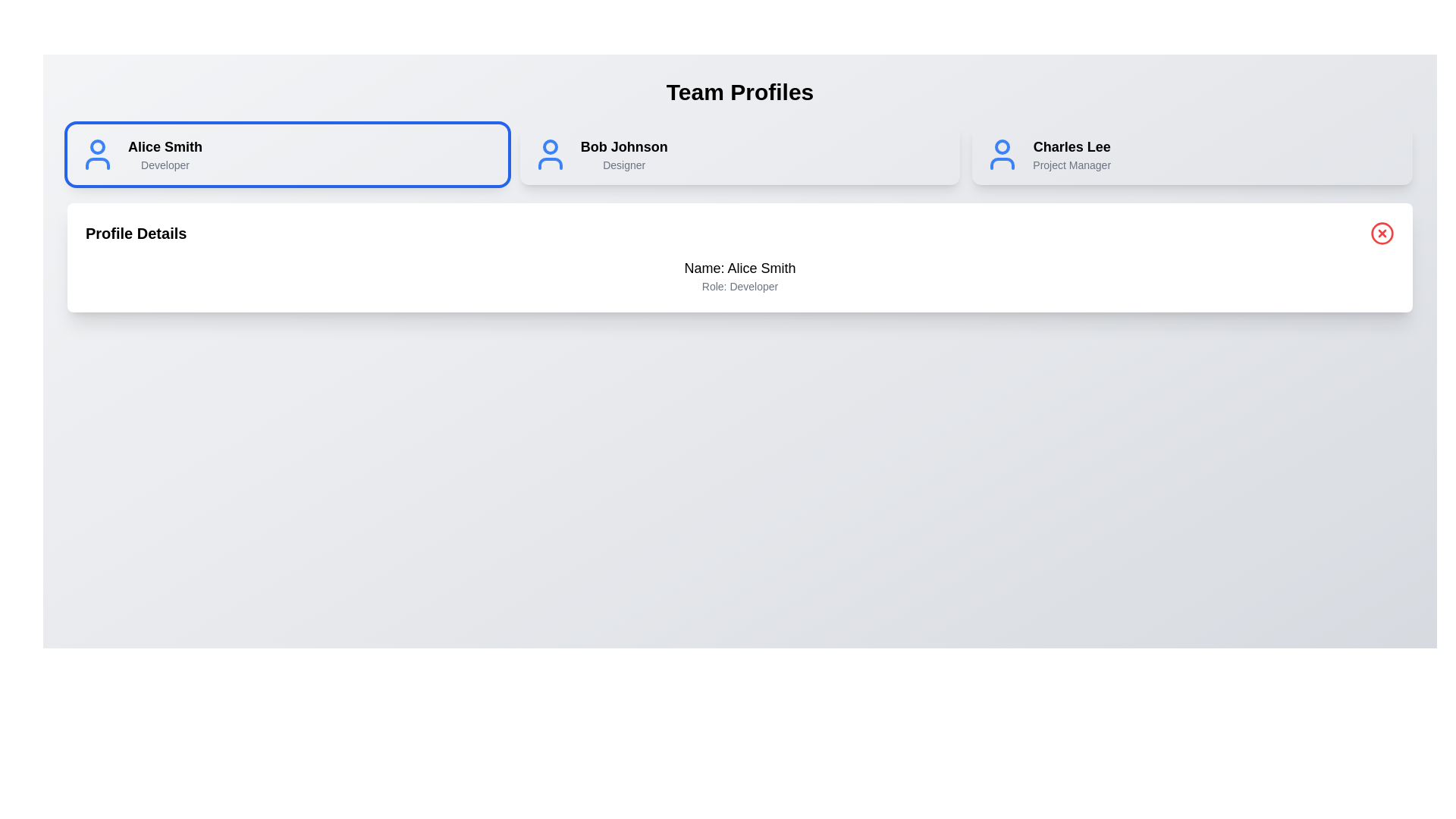 This screenshot has width=1456, height=819. I want to click on text label displaying 'Alice Smith' which identifies the profile in the profile details section, located below 'Profile Details' and above 'Role: Developer', so click(739, 268).